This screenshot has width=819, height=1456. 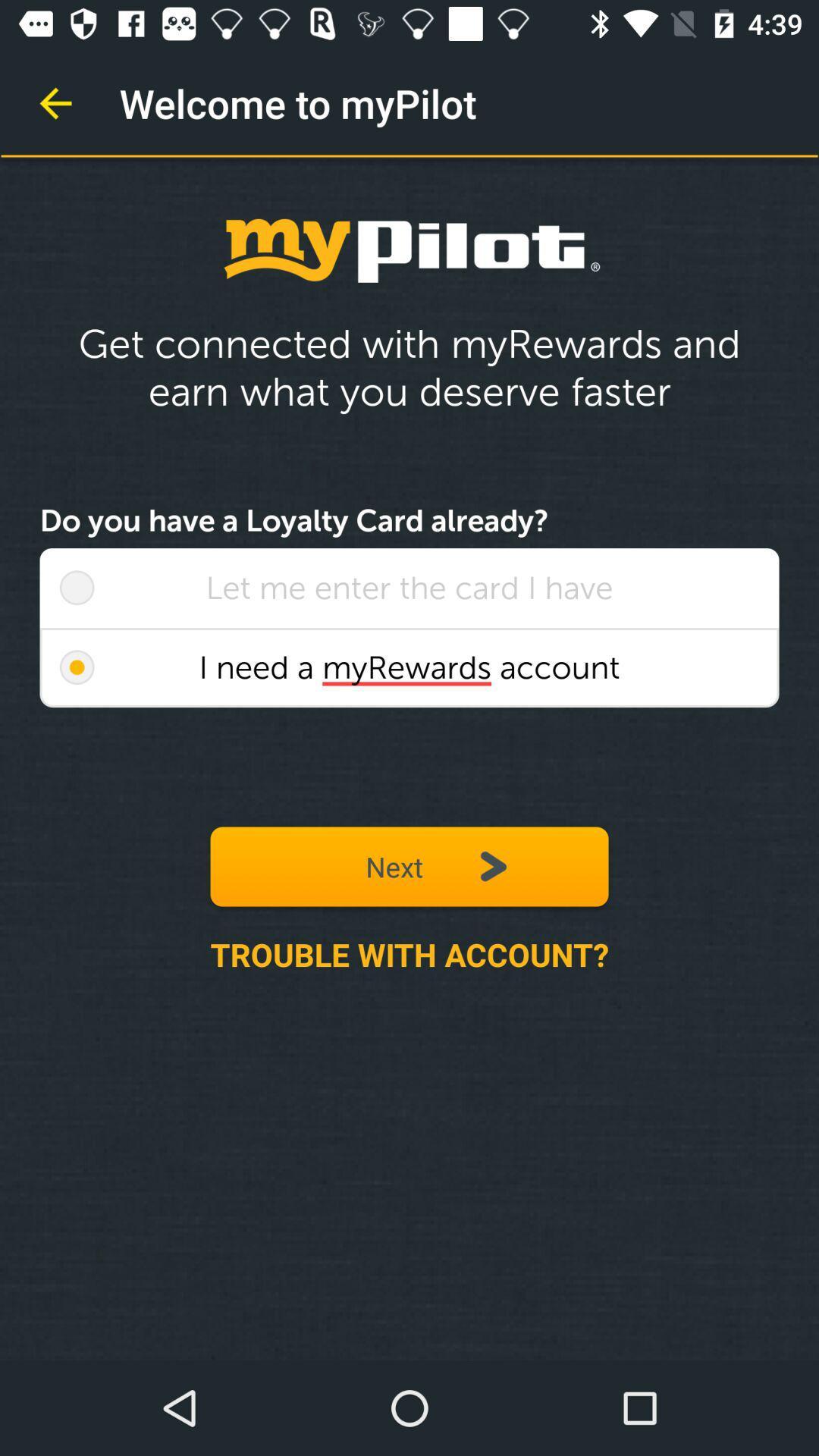 What do you see at coordinates (409, 953) in the screenshot?
I see `the trouble with account? item` at bounding box center [409, 953].